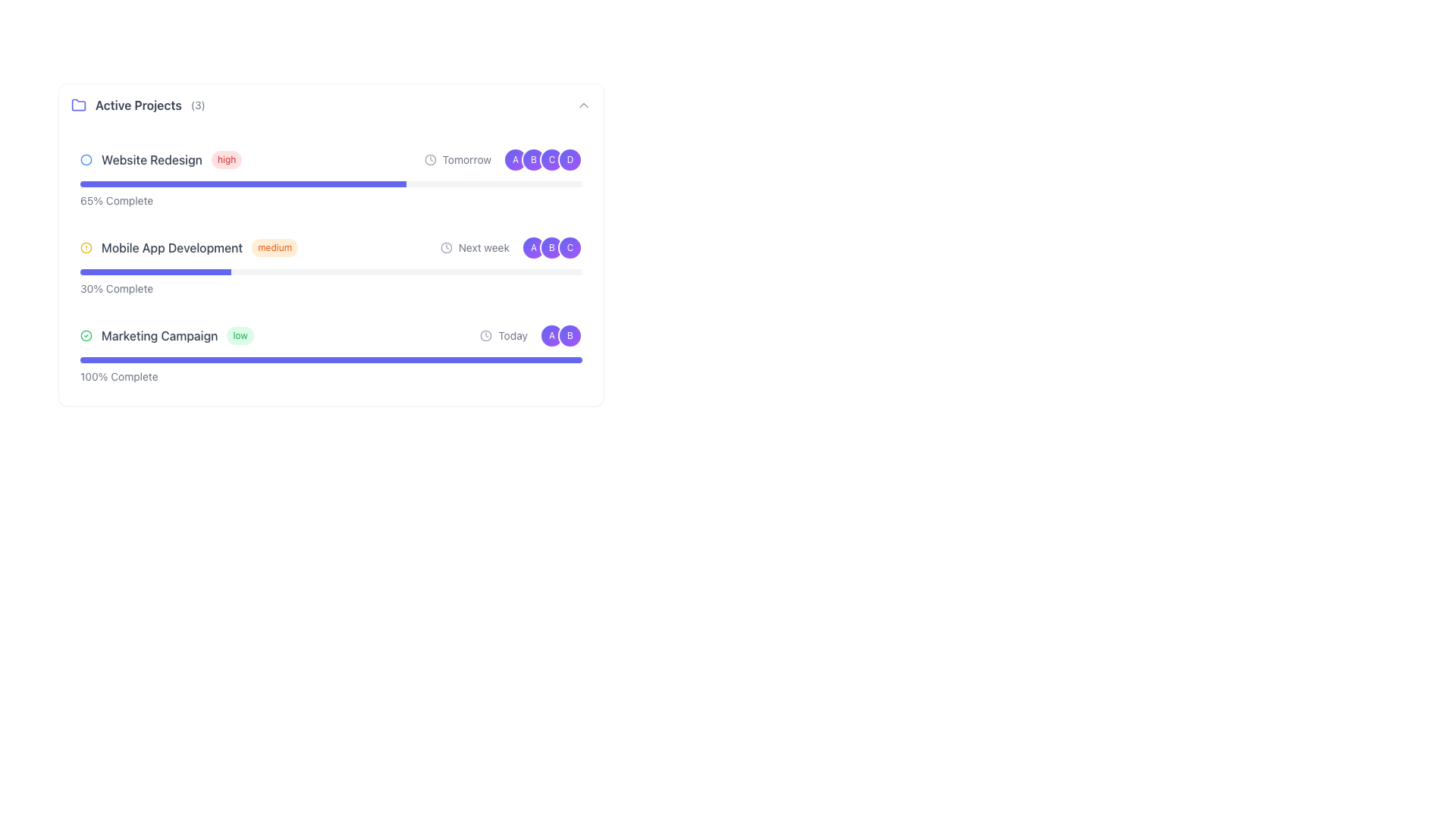 The image size is (1456, 819). Describe the element at coordinates (570, 335) in the screenshot. I see `the circular button labeled 'B' with a gradient background transitioning from indigo to purple, located at the bottom-most task in the list, next to the circular button 'A'` at that location.